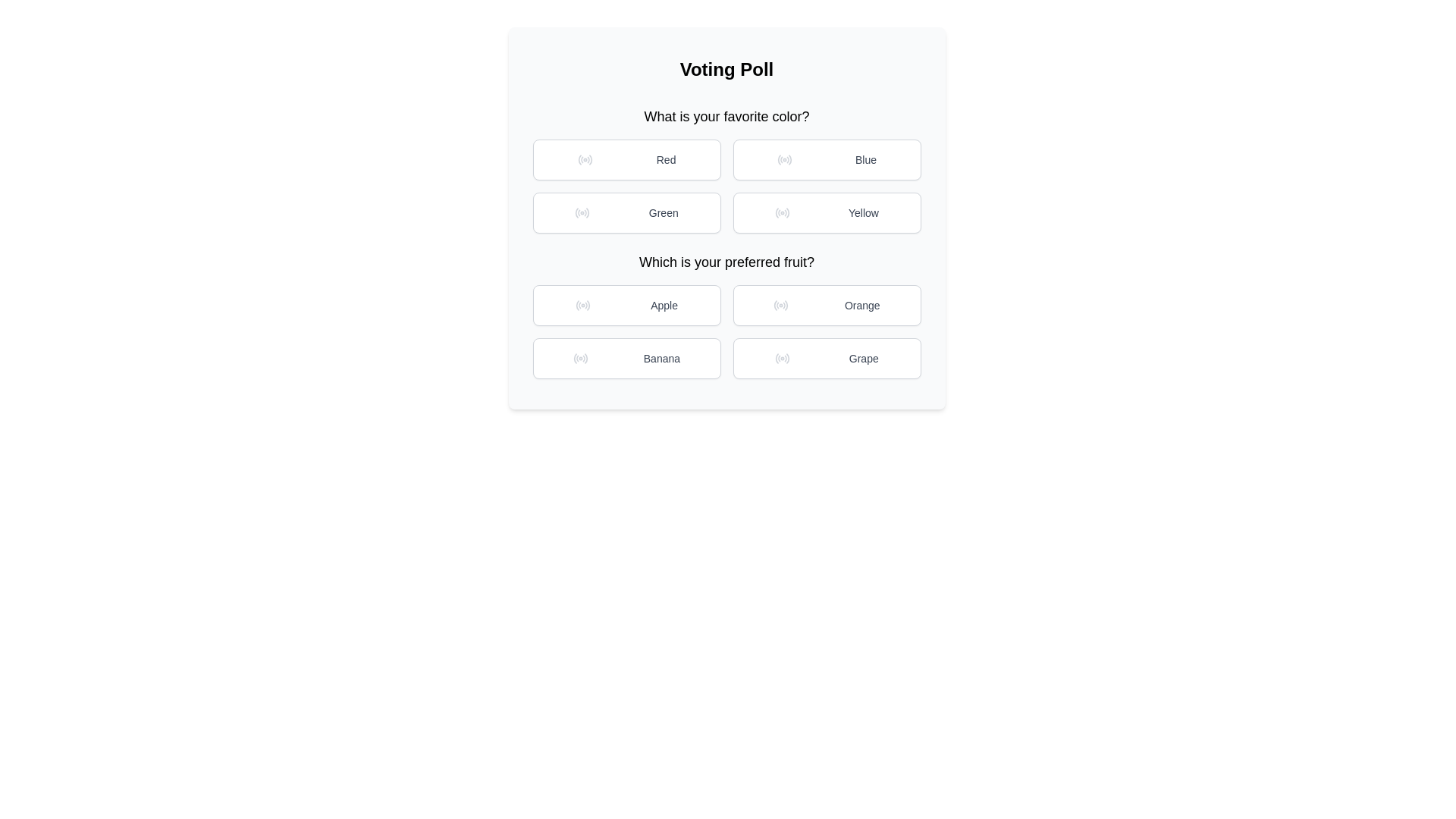 Image resolution: width=1456 pixels, height=819 pixels. Describe the element at coordinates (626, 305) in the screenshot. I see `the 'Apple' button in the fruit selection interface` at that location.